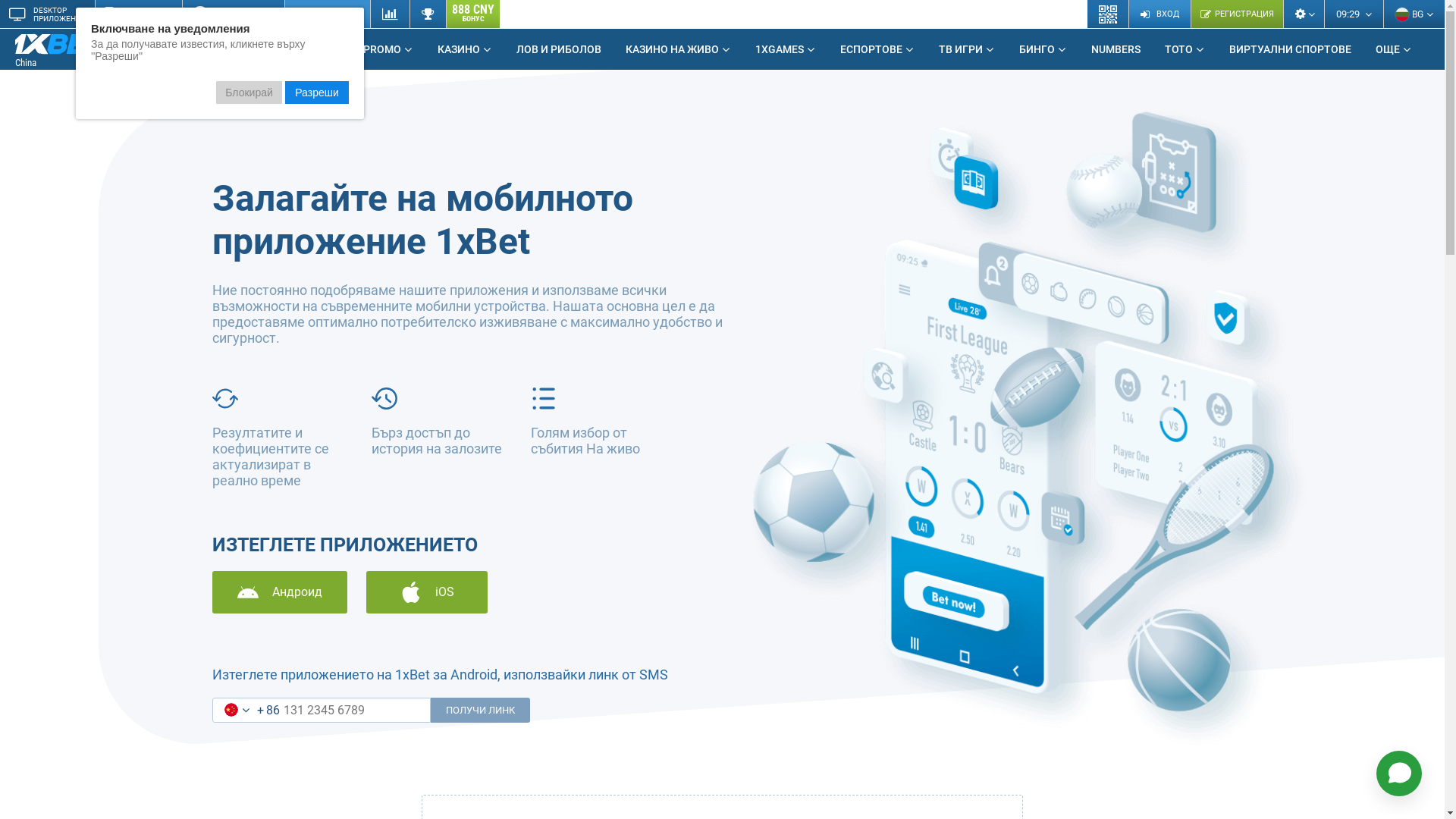 The image size is (1456, 819). Describe the element at coordinates (61, 42) in the screenshot. I see `'1xBet Betting Company'` at that location.